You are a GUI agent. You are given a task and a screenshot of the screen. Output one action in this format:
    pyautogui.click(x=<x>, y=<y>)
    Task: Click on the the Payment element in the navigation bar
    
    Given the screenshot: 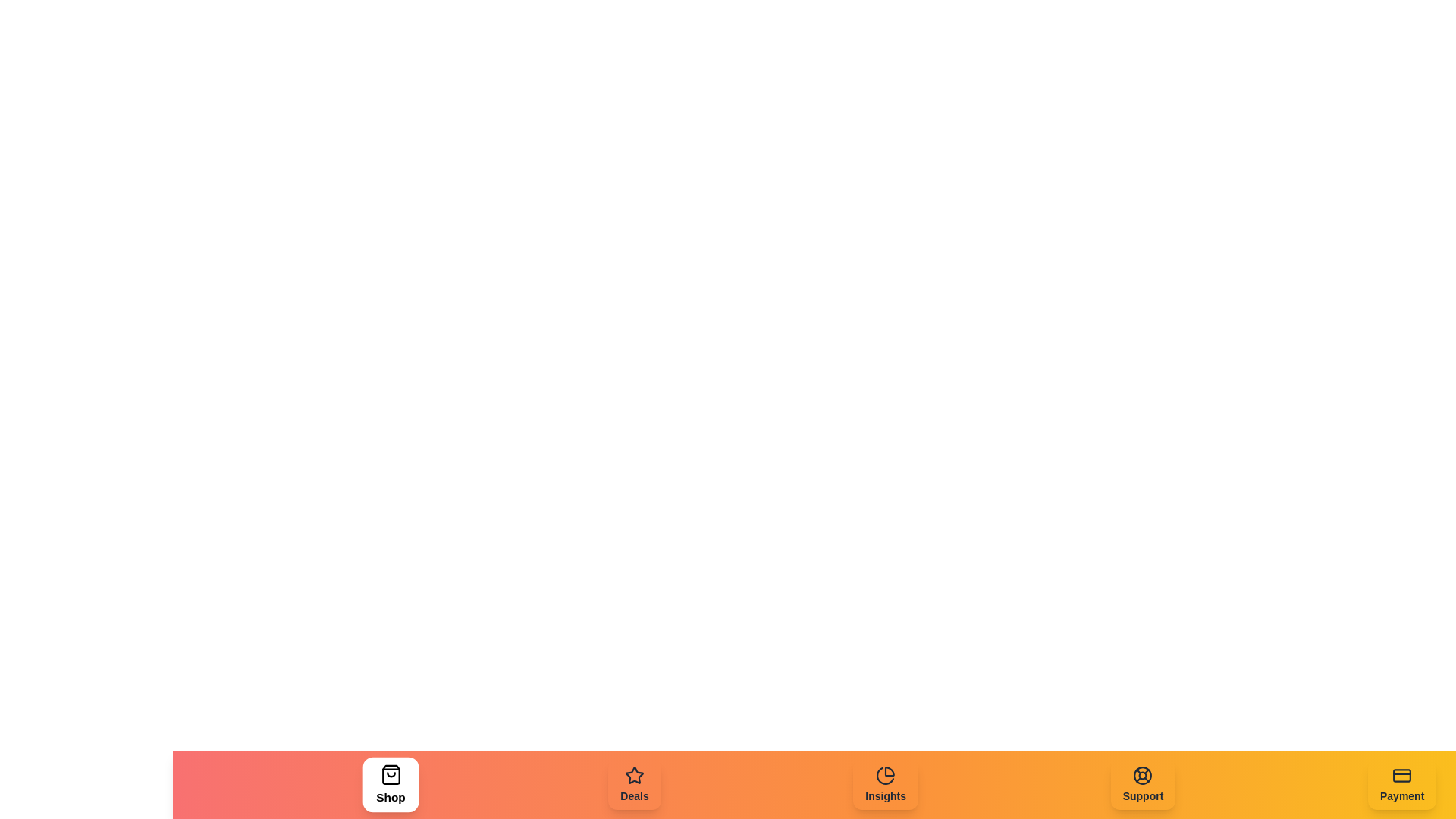 What is the action you would take?
    pyautogui.click(x=1401, y=784)
    